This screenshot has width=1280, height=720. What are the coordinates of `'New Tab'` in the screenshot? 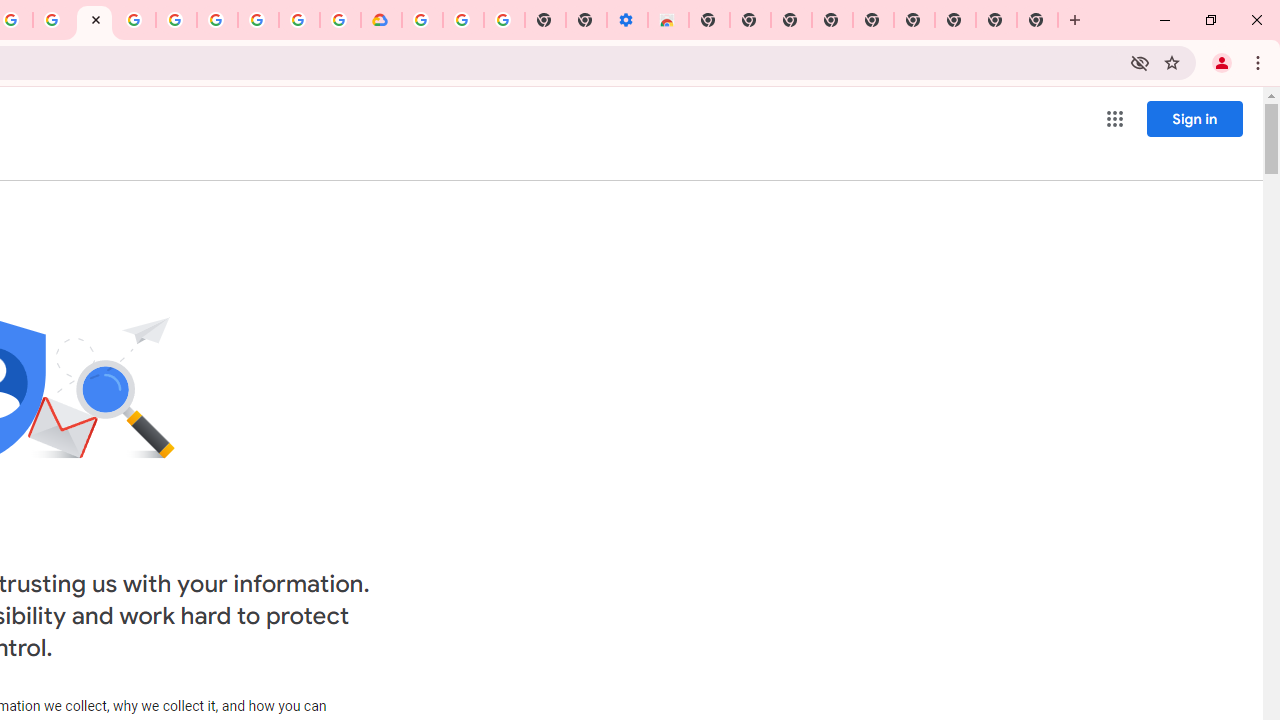 It's located at (1038, 20).